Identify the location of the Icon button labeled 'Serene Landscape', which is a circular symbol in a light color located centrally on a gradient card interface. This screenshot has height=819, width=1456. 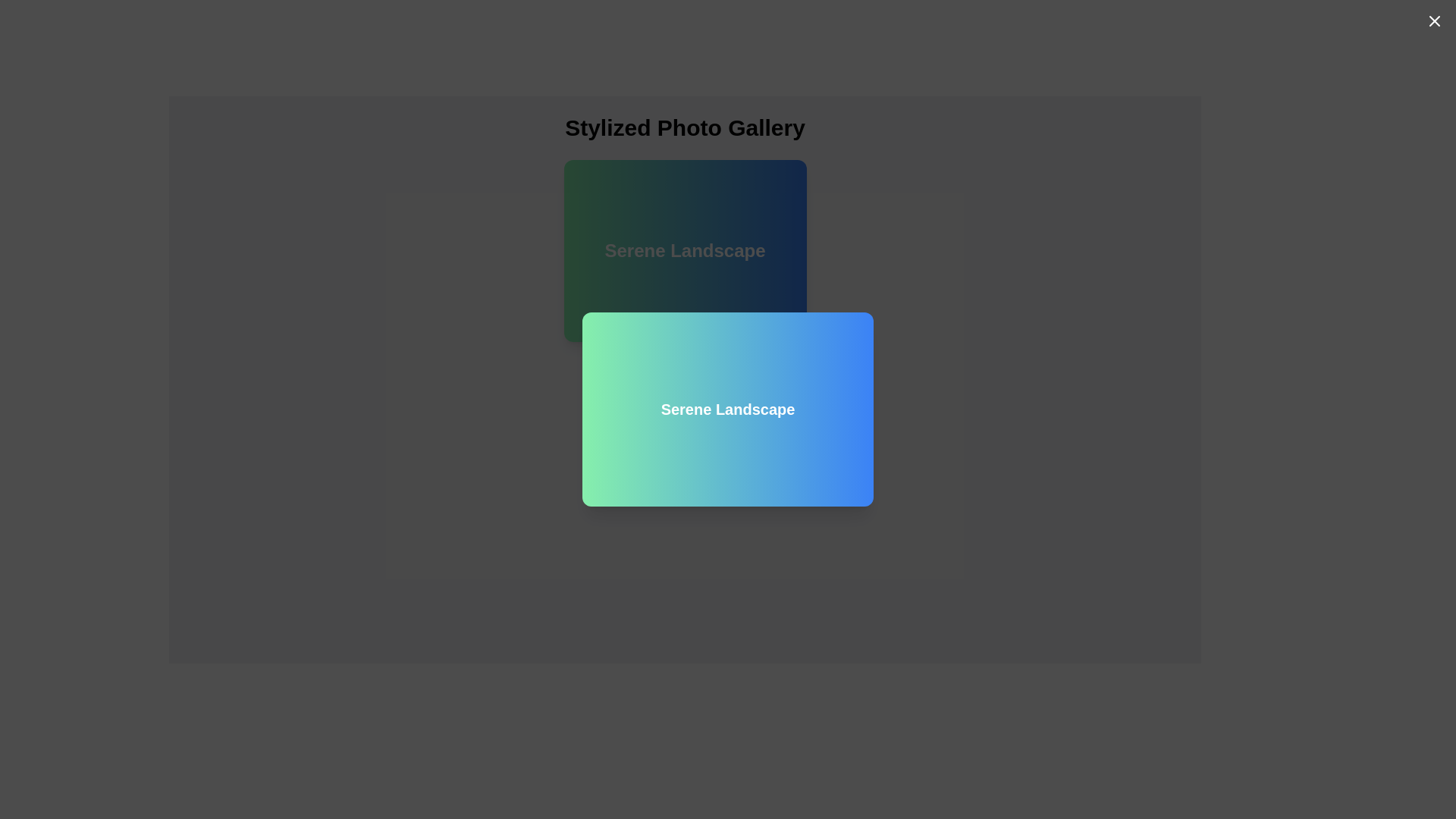
(684, 399).